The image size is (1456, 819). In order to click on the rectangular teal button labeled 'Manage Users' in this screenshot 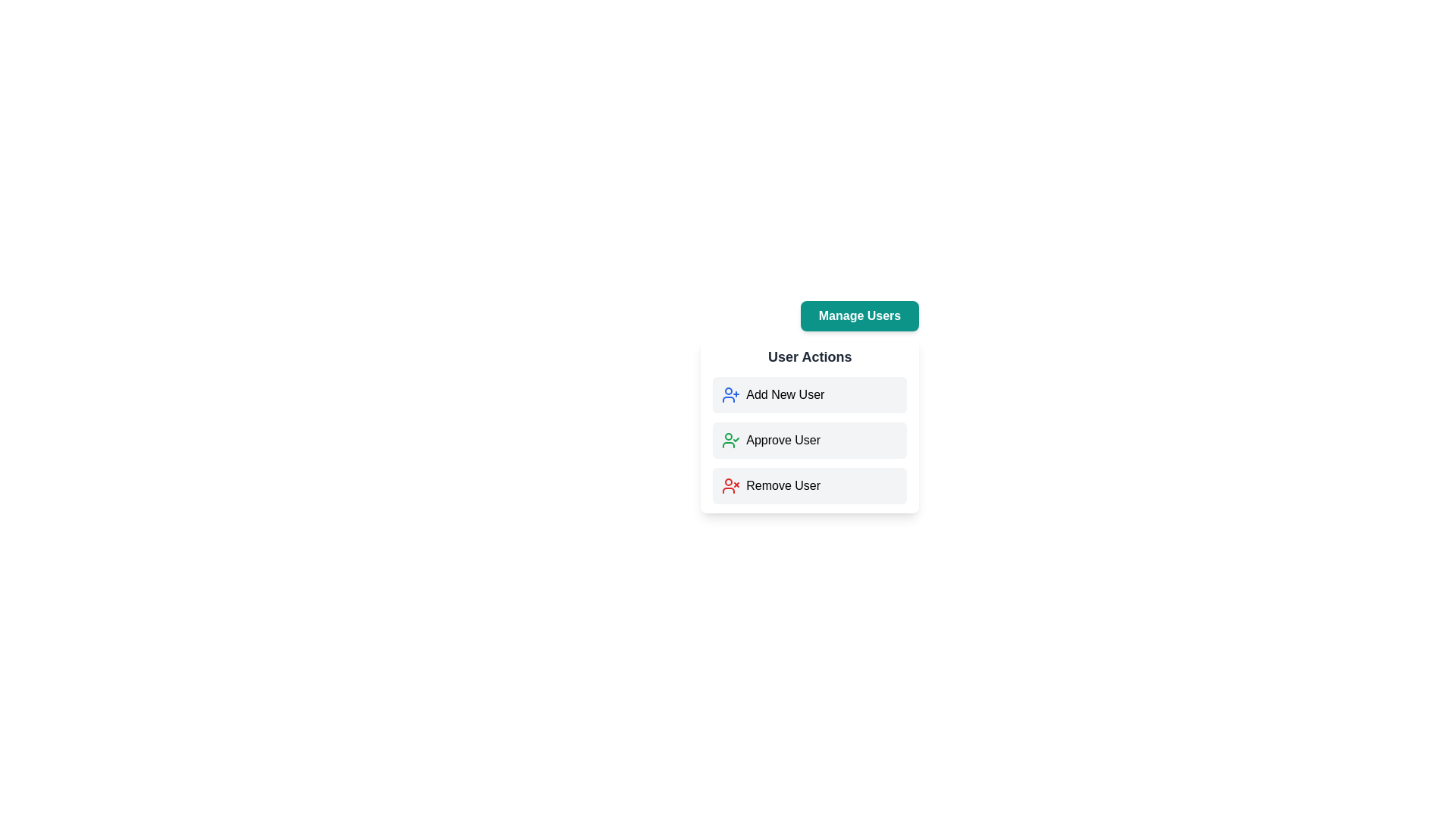, I will do `click(859, 315)`.